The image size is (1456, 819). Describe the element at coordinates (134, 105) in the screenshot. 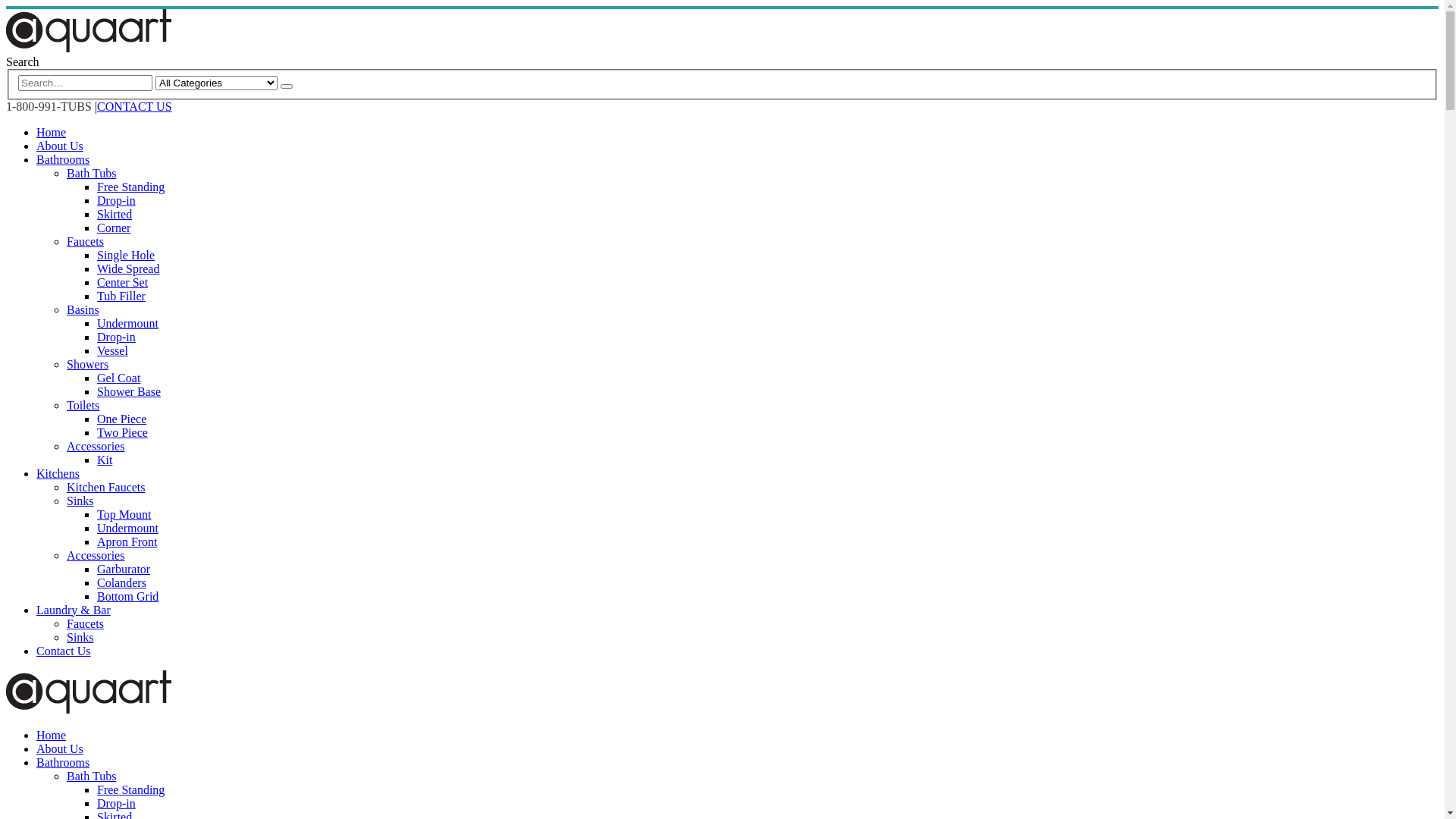

I see `'CONTACT US'` at that location.